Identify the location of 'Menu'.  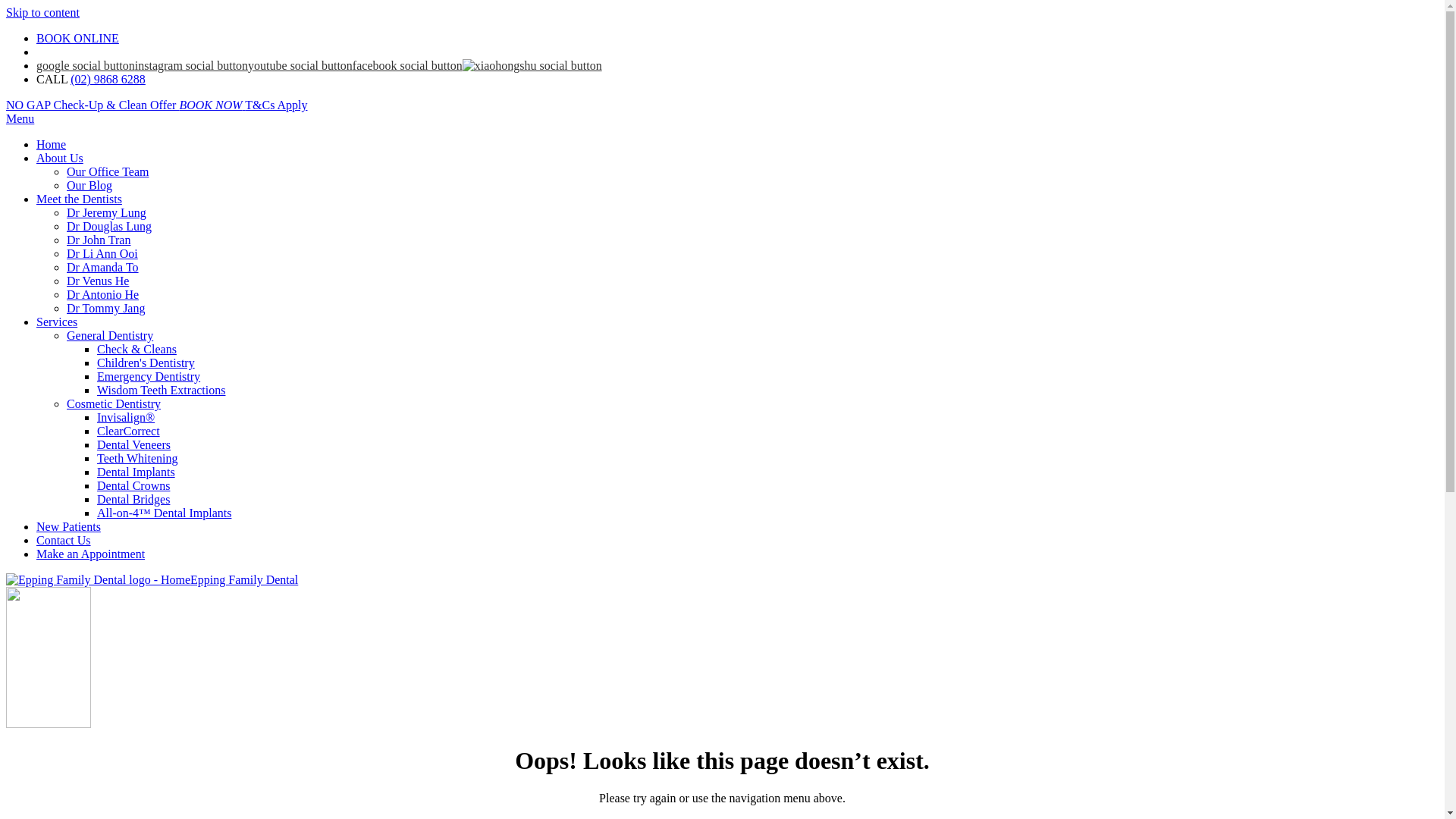
(20, 118).